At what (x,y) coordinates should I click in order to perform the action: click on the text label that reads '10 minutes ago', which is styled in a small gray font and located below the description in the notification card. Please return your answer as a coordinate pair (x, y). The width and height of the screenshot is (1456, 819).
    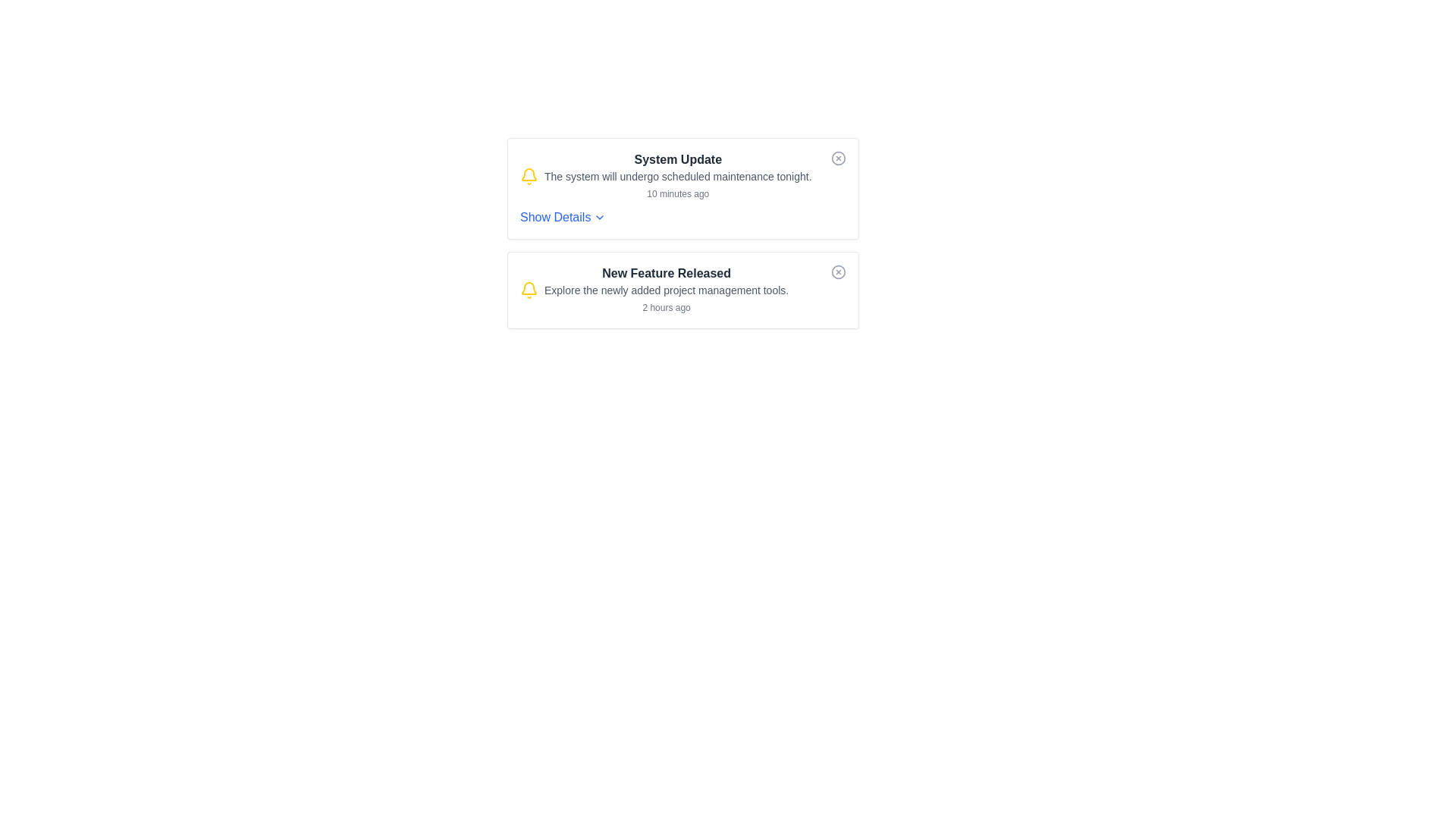
    Looking at the image, I should click on (677, 193).